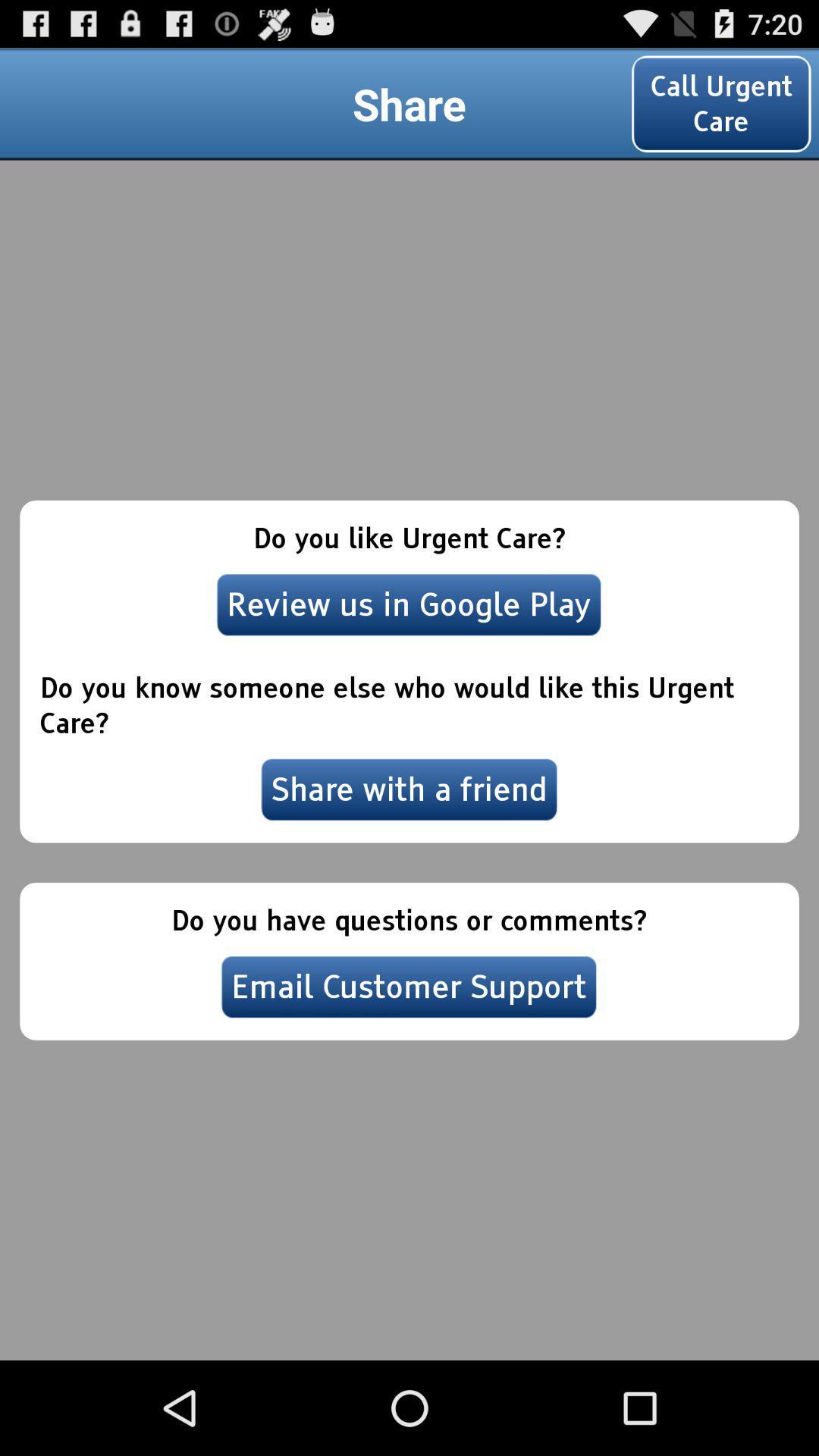  Describe the element at coordinates (408, 987) in the screenshot. I see `email customer support at the bottom` at that location.